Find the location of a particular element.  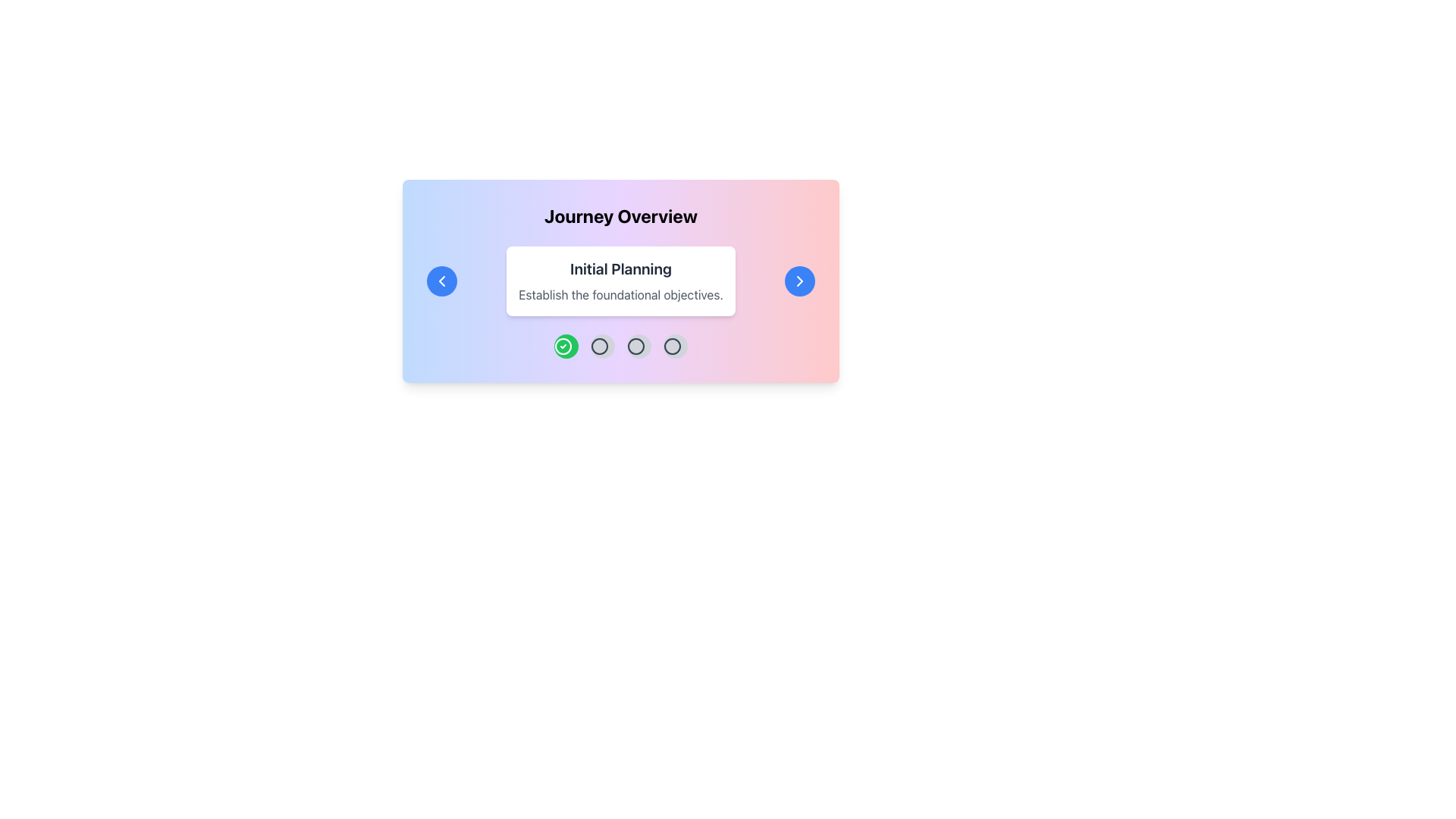

the second circular icon with a hollow gray outline located below the 'Initial Planning' card in the 'Journey Overview' section is located at coordinates (636, 346).